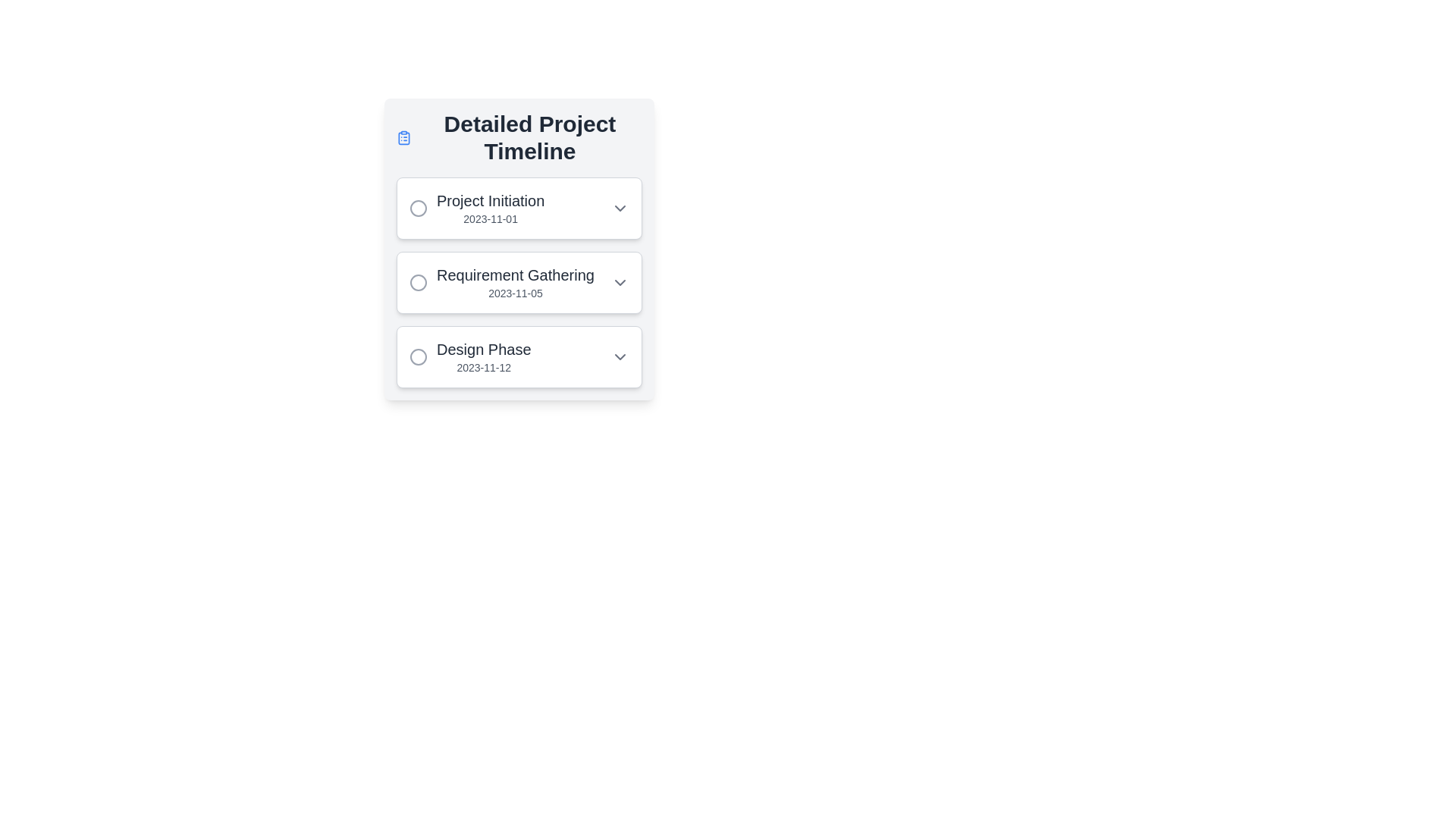  Describe the element at coordinates (519, 208) in the screenshot. I see `the first list item labeled 'Project Initiation' in the 'Detailed Project Timeline' section` at that location.